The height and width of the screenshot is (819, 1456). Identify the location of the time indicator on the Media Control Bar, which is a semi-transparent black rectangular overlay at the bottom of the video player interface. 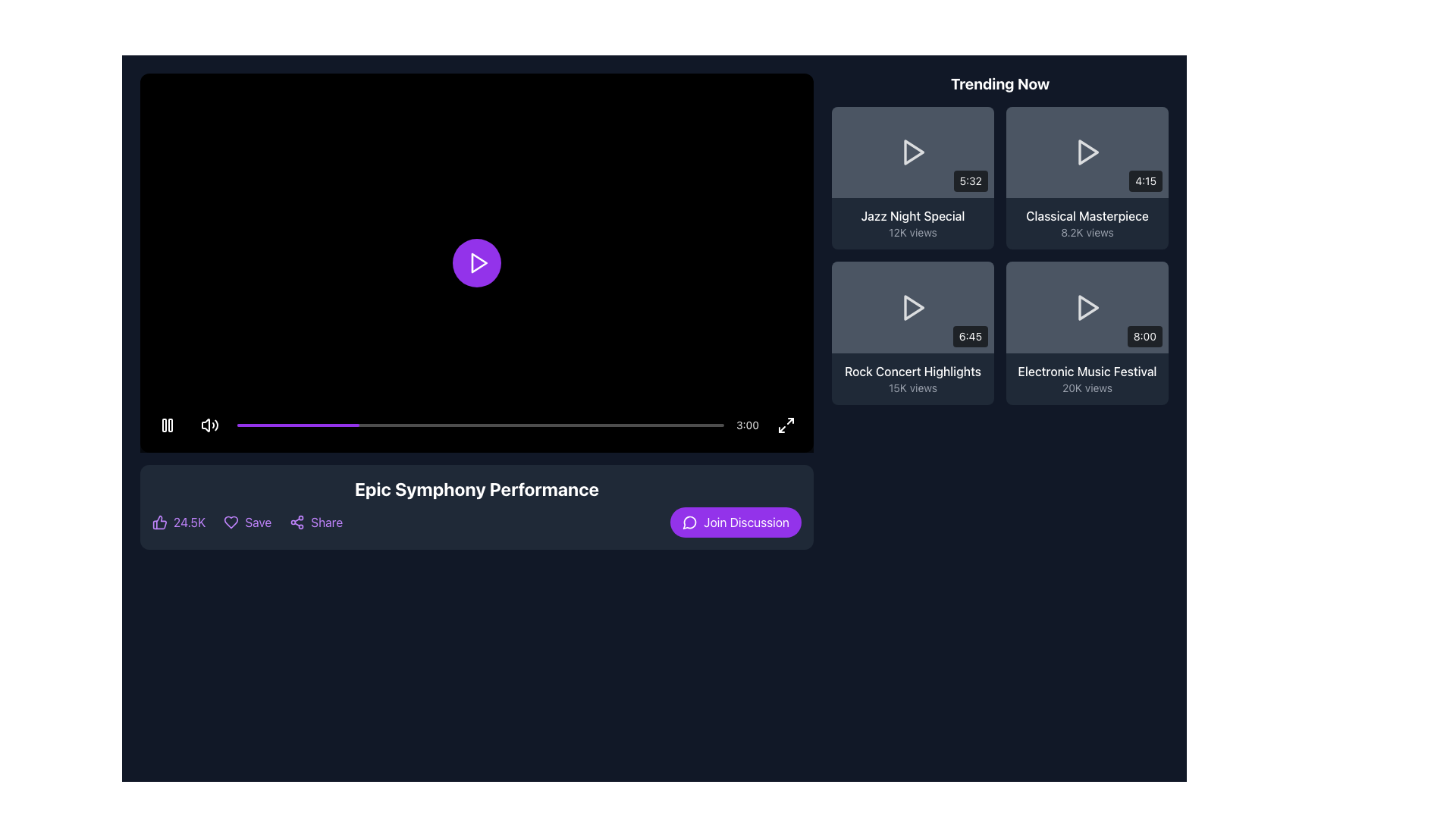
(475, 425).